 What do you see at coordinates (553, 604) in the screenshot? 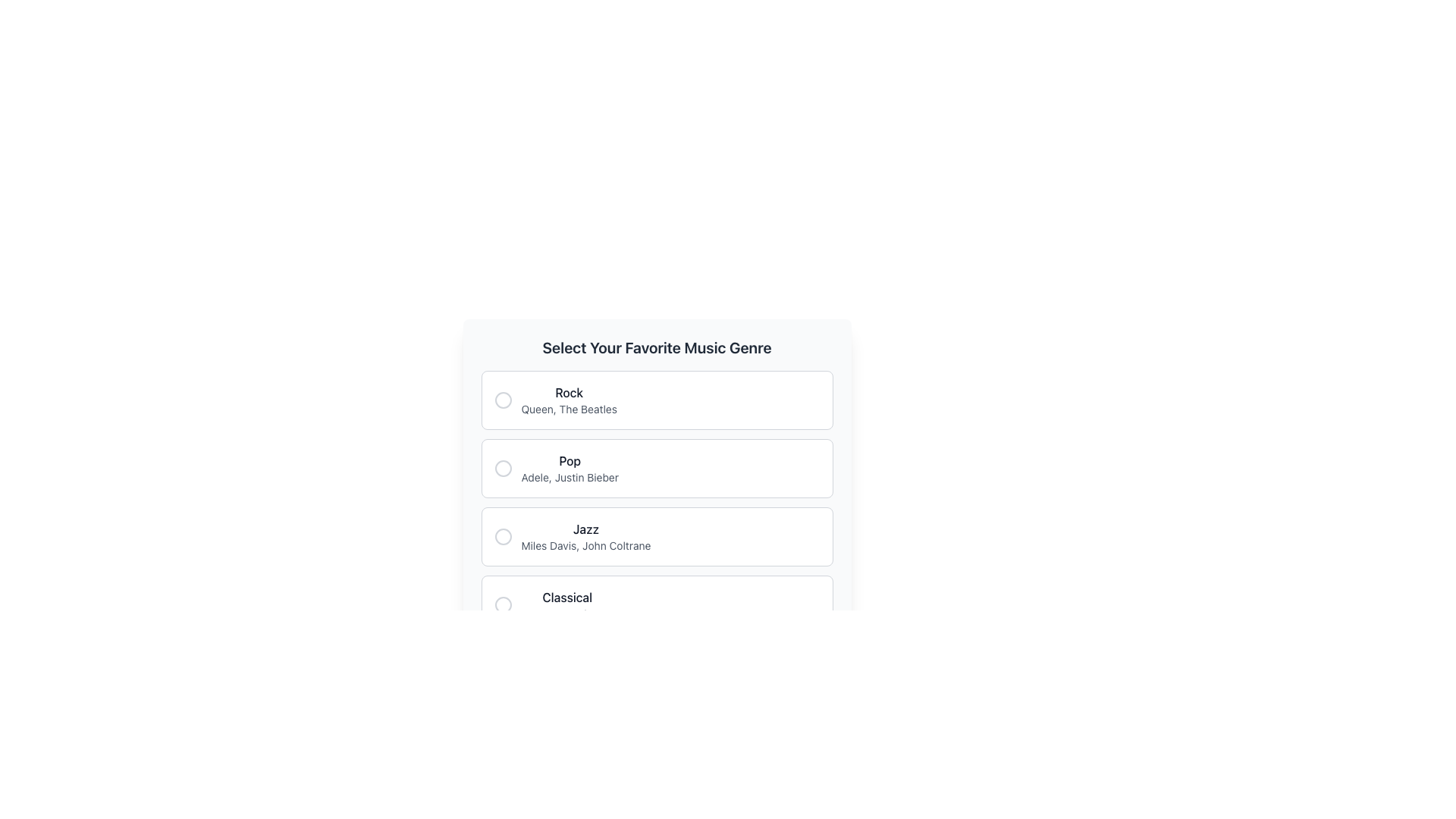
I see `the static label that reads 'Classical' with additional text 'Mozart, Beethoven' positioned fourth in the vertical list of music genres` at bounding box center [553, 604].